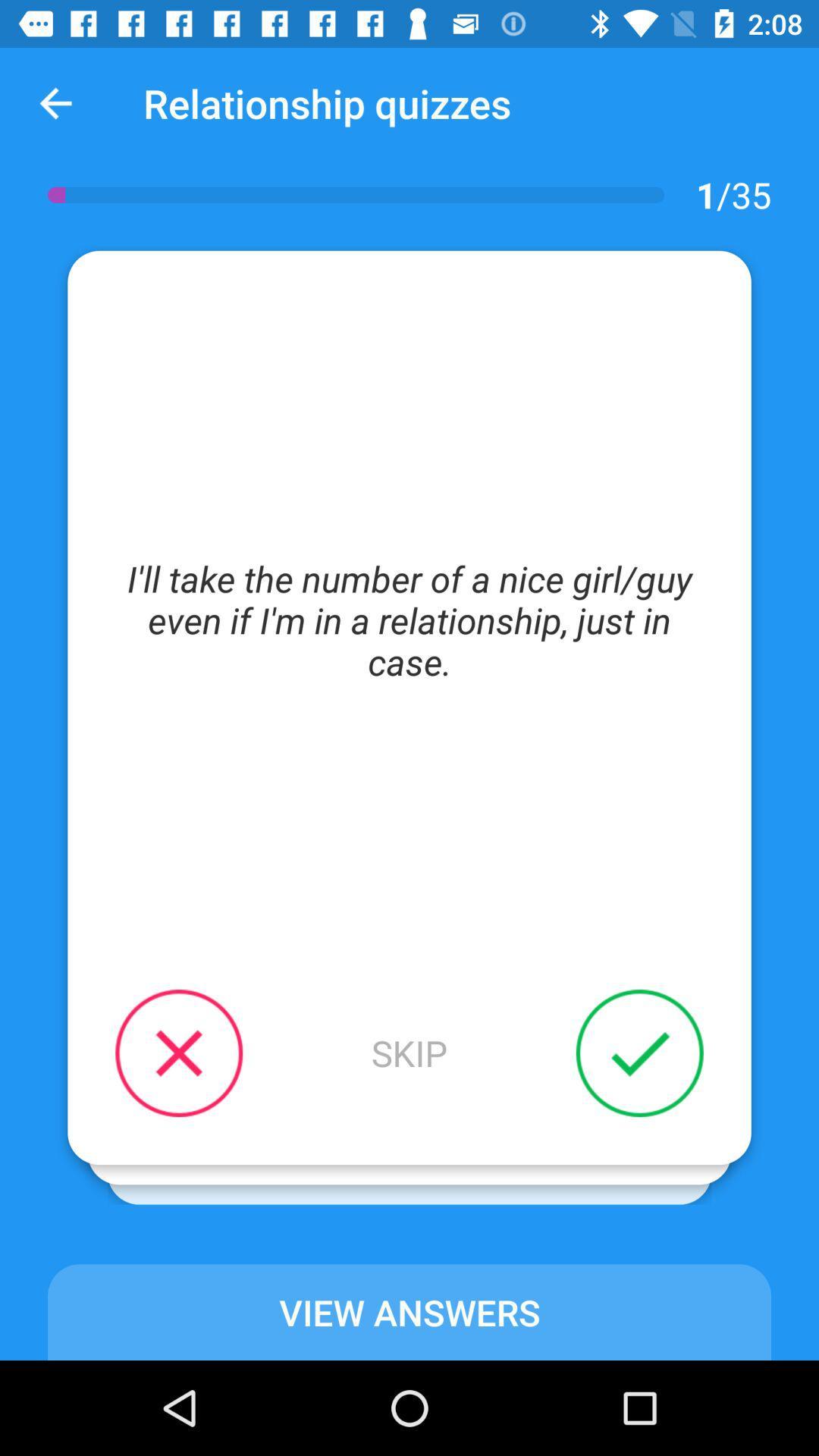 Image resolution: width=819 pixels, height=1456 pixels. I want to click on the check icon, so click(599, 1093).